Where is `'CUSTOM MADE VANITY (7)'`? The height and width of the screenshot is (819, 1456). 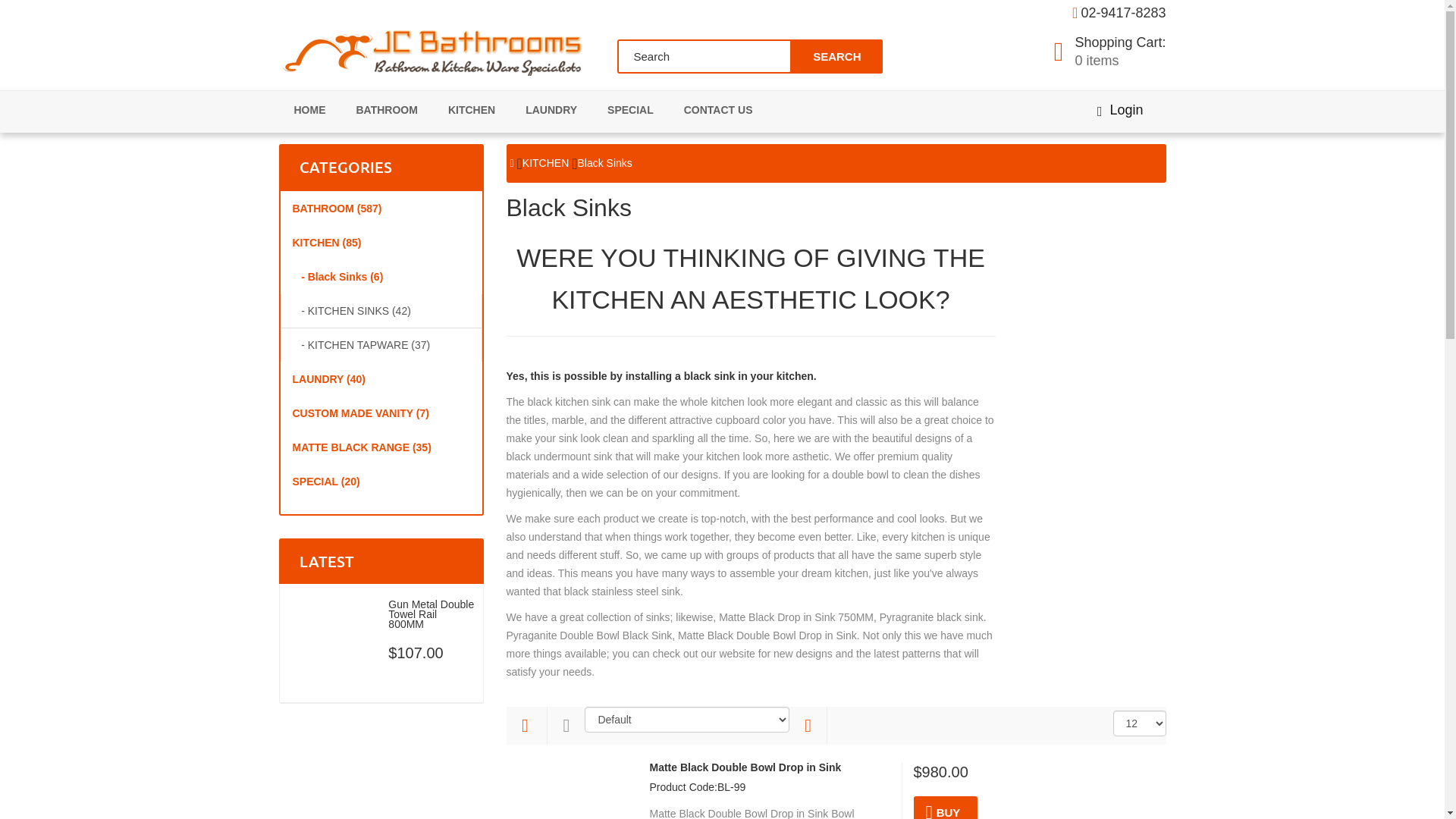 'CUSTOM MADE VANITY (7)' is located at coordinates (381, 413).